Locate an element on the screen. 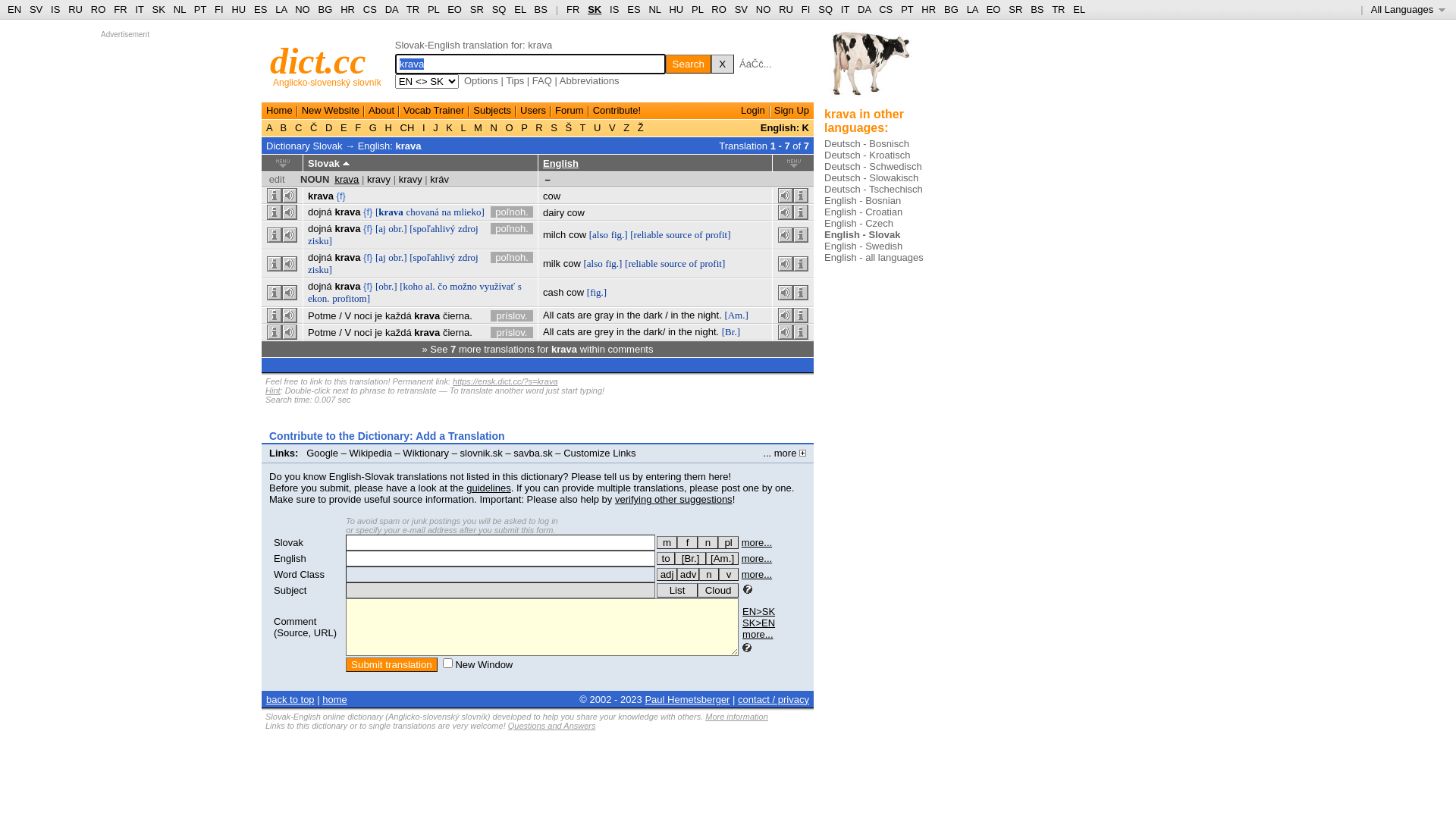 Image resolution: width=1456 pixels, height=819 pixels. 'Wiktionary' is located at coordinates (425, 452).